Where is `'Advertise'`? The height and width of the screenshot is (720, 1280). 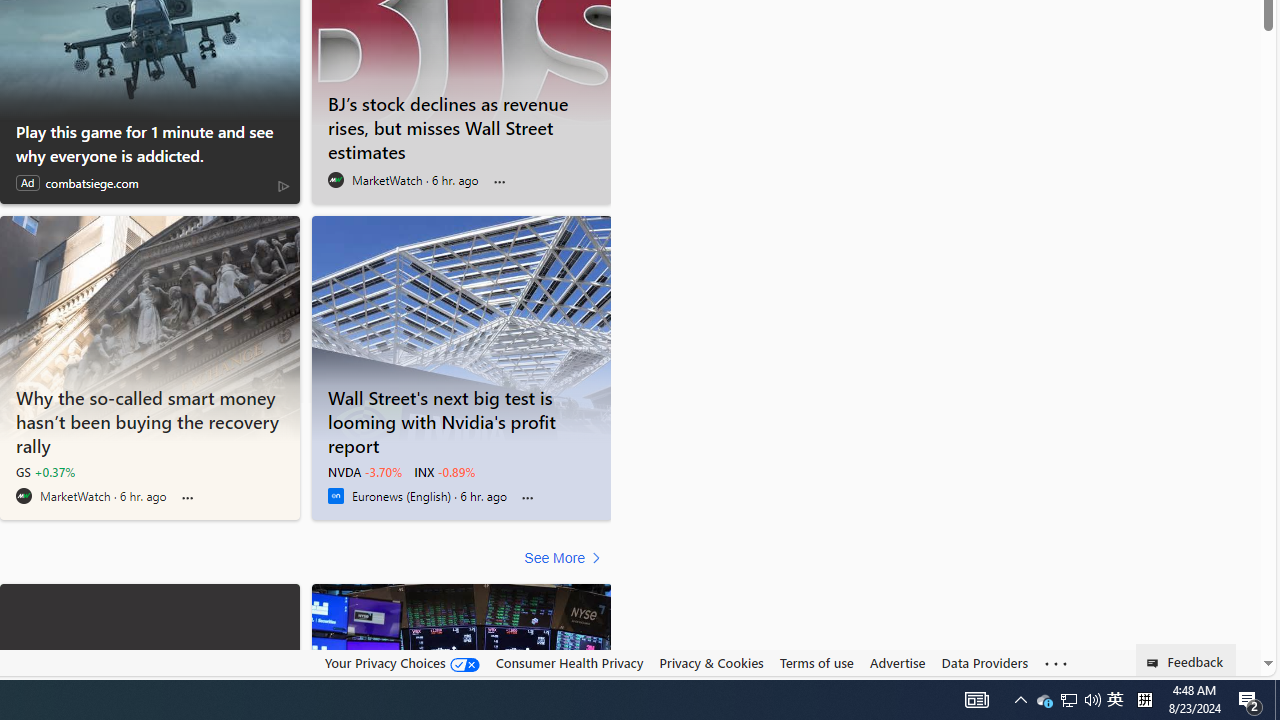 'Advertise' is located at coordinates (896, 663).